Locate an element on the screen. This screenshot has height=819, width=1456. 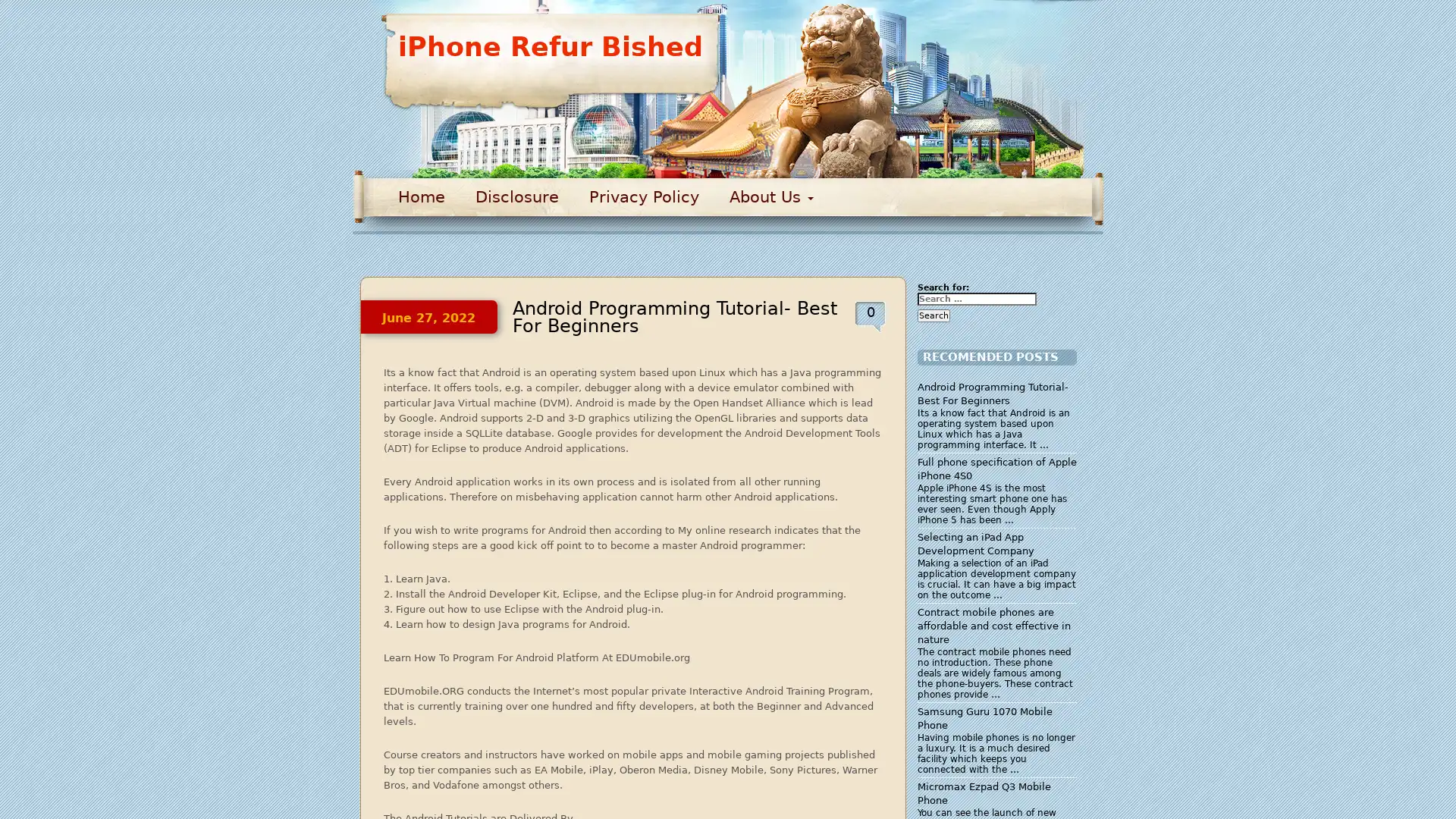
Search is located at coordinates (933, 315).